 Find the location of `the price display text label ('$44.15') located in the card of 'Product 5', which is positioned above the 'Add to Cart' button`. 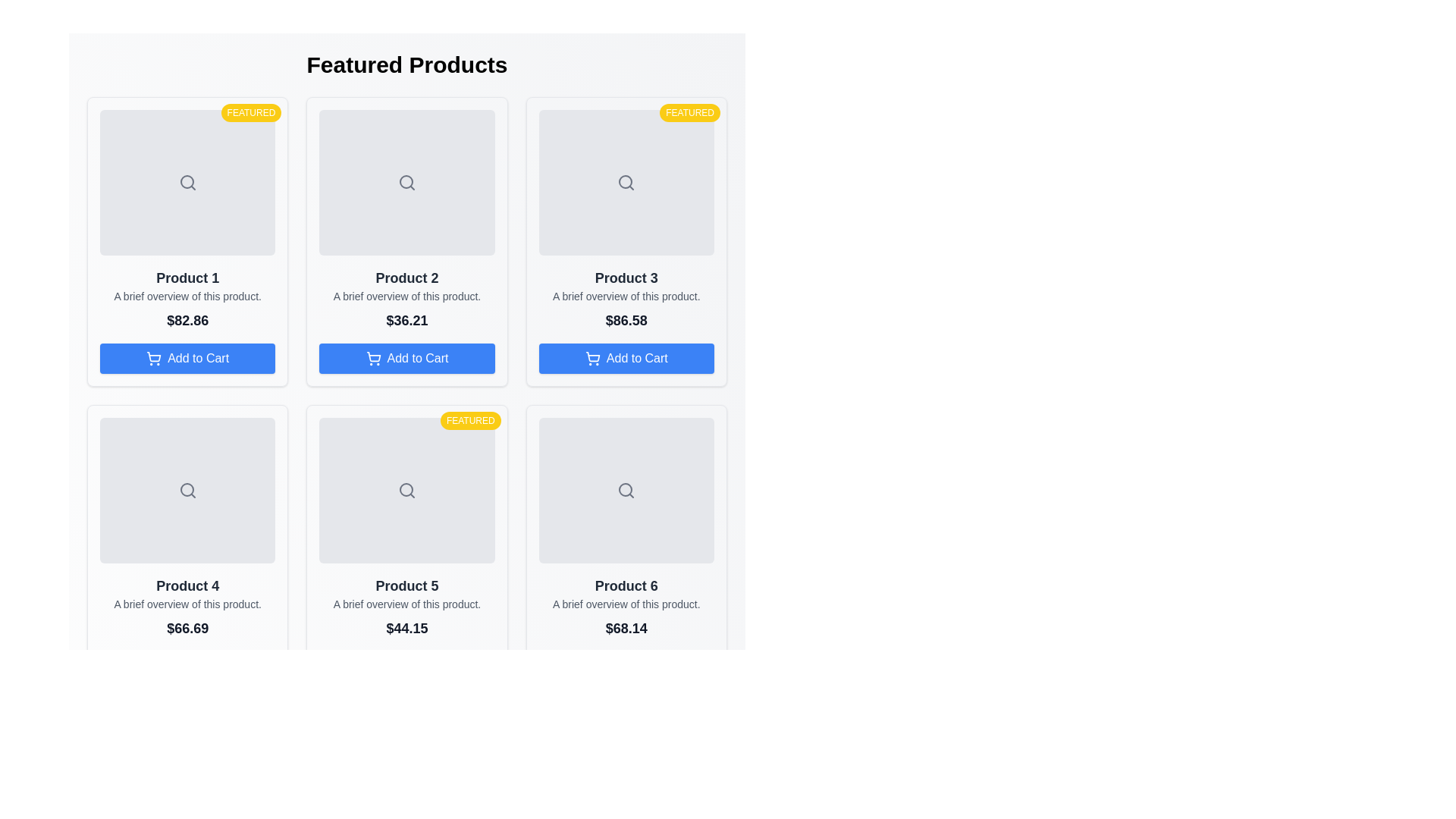

the price display text label ('$44.15') located in the card of 'Product 5', which is positioned above the 'Add to Cart' button is located at coordinates (407, 629).